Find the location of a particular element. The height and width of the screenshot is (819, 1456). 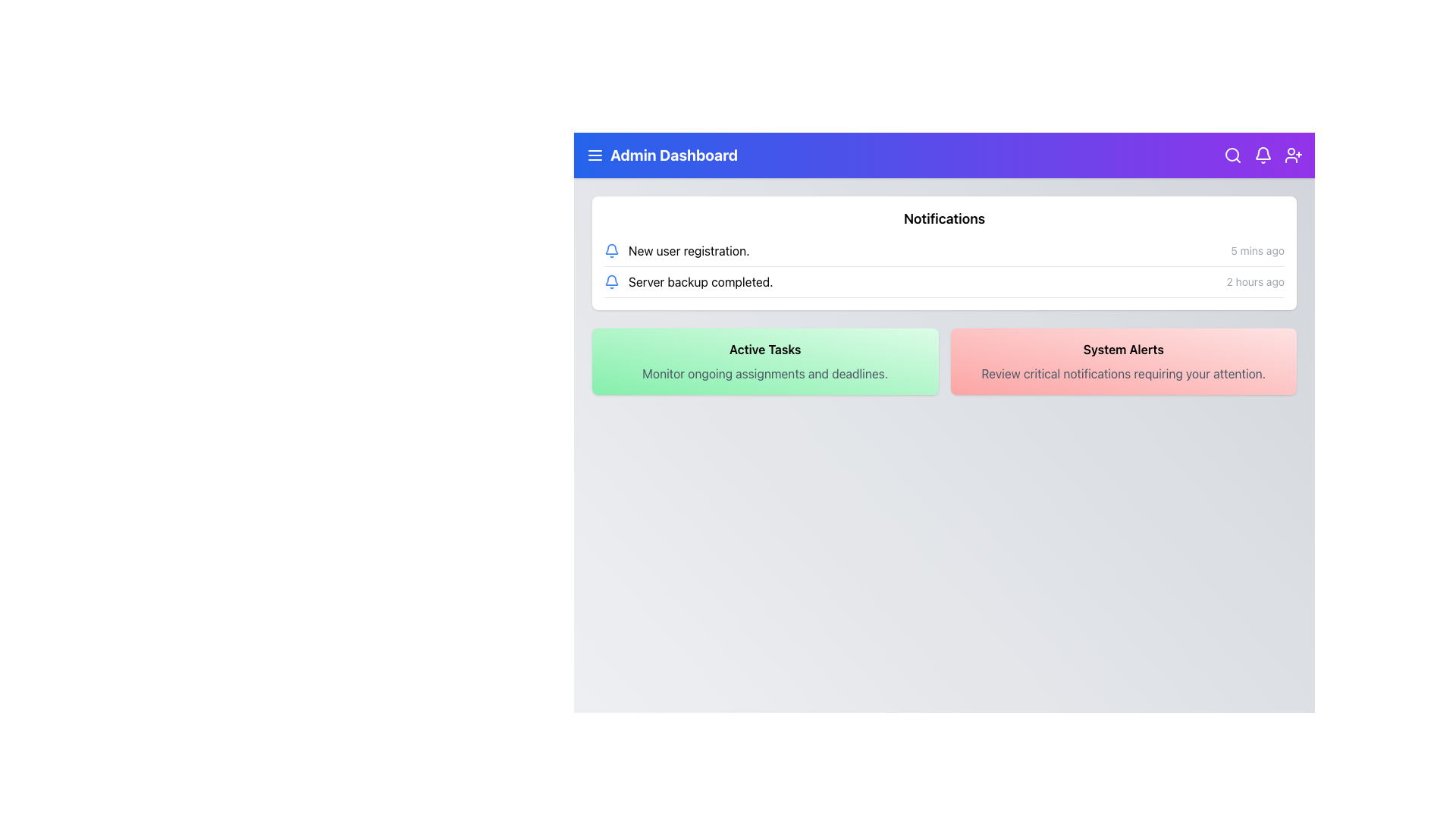

the menu toggle icon located in the top-left corner of the interface, within the blue banner, preceding the text 'Admin Dashboard' to visualize its hover state is located at coordinates (595, 155).